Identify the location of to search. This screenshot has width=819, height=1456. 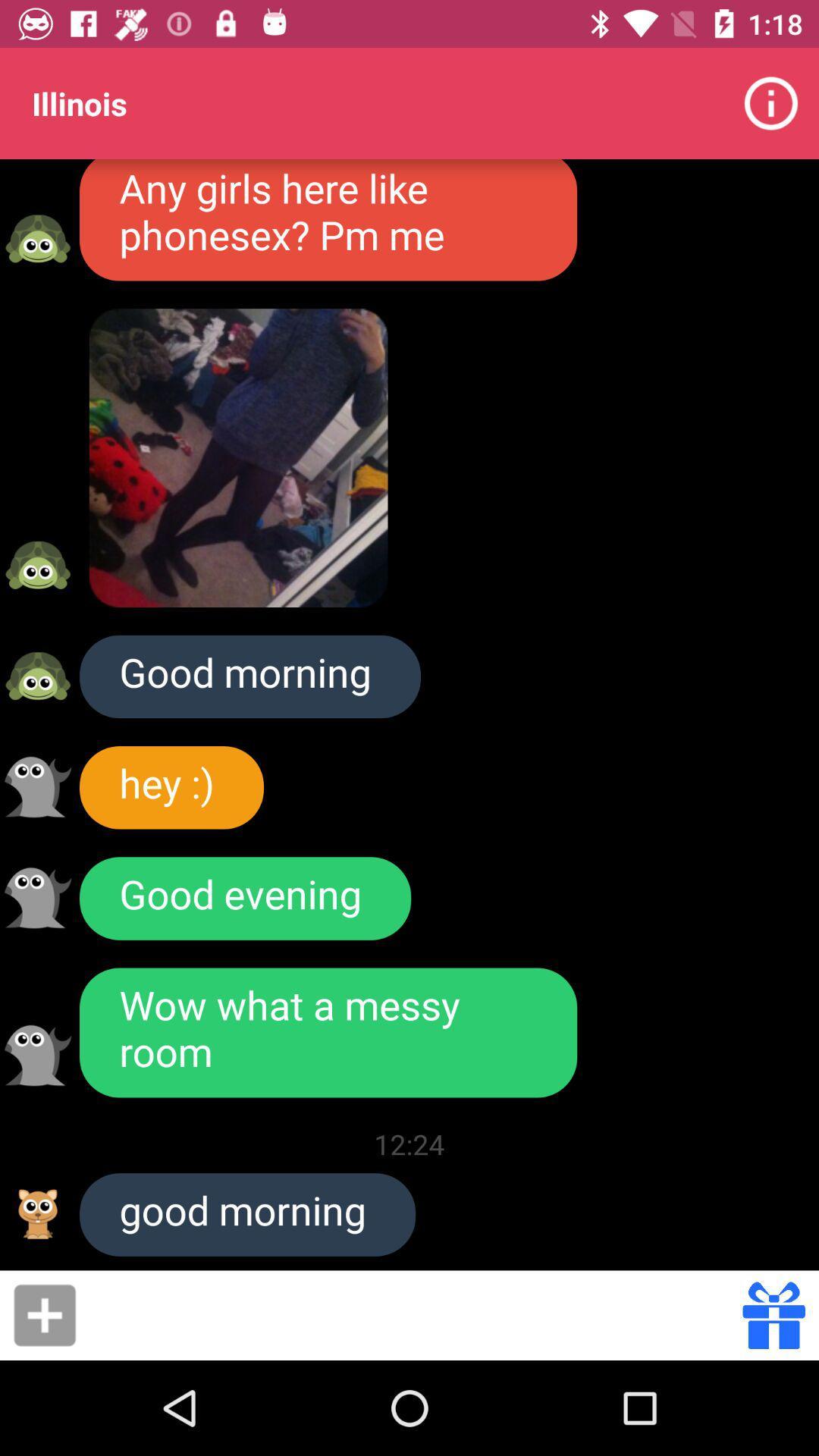
(414, 1314).